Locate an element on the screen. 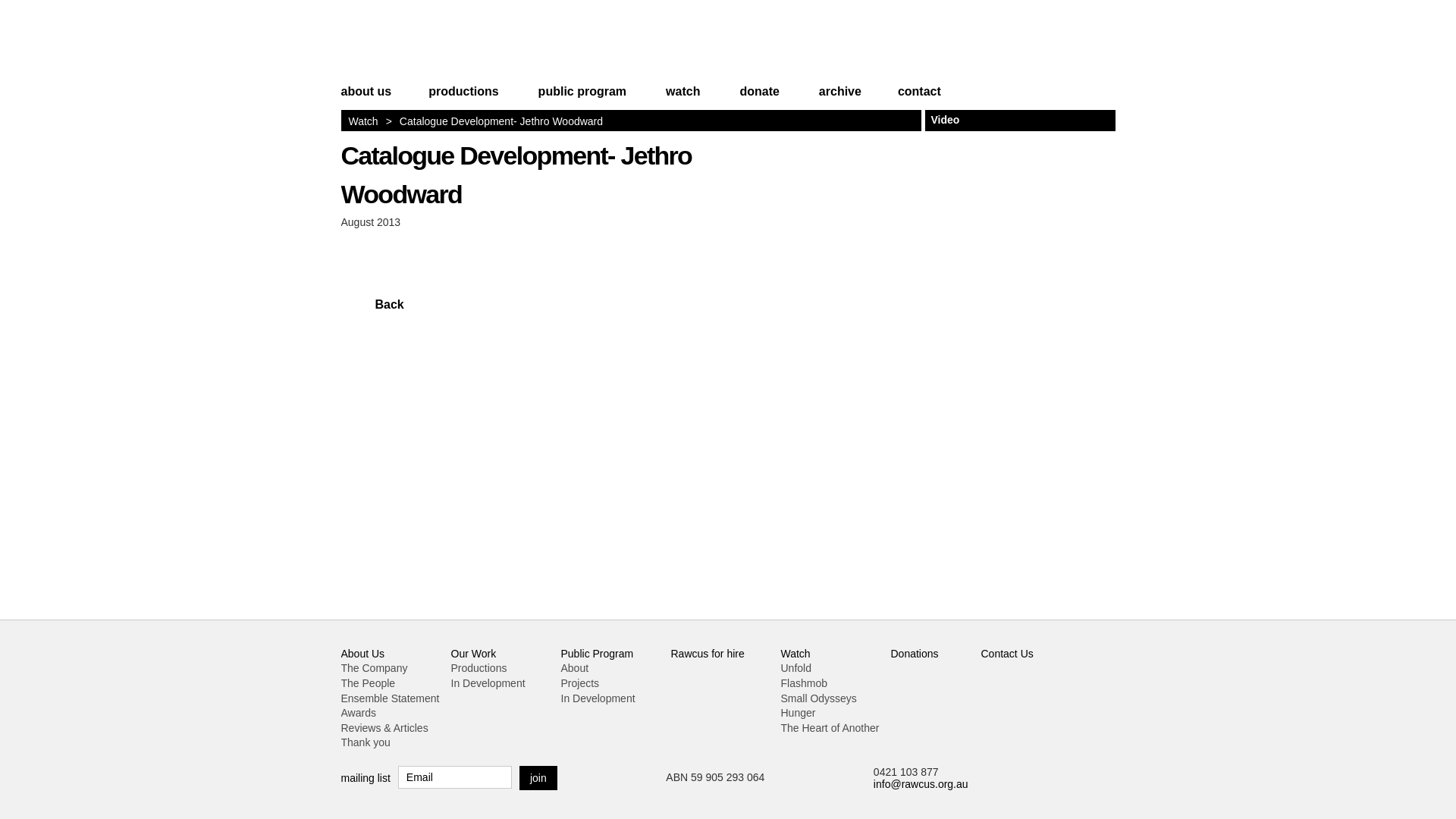 Image resolution: width=1456 pixels, height=819 pixels. 'Our Work' is located at coordinates (472, 652).